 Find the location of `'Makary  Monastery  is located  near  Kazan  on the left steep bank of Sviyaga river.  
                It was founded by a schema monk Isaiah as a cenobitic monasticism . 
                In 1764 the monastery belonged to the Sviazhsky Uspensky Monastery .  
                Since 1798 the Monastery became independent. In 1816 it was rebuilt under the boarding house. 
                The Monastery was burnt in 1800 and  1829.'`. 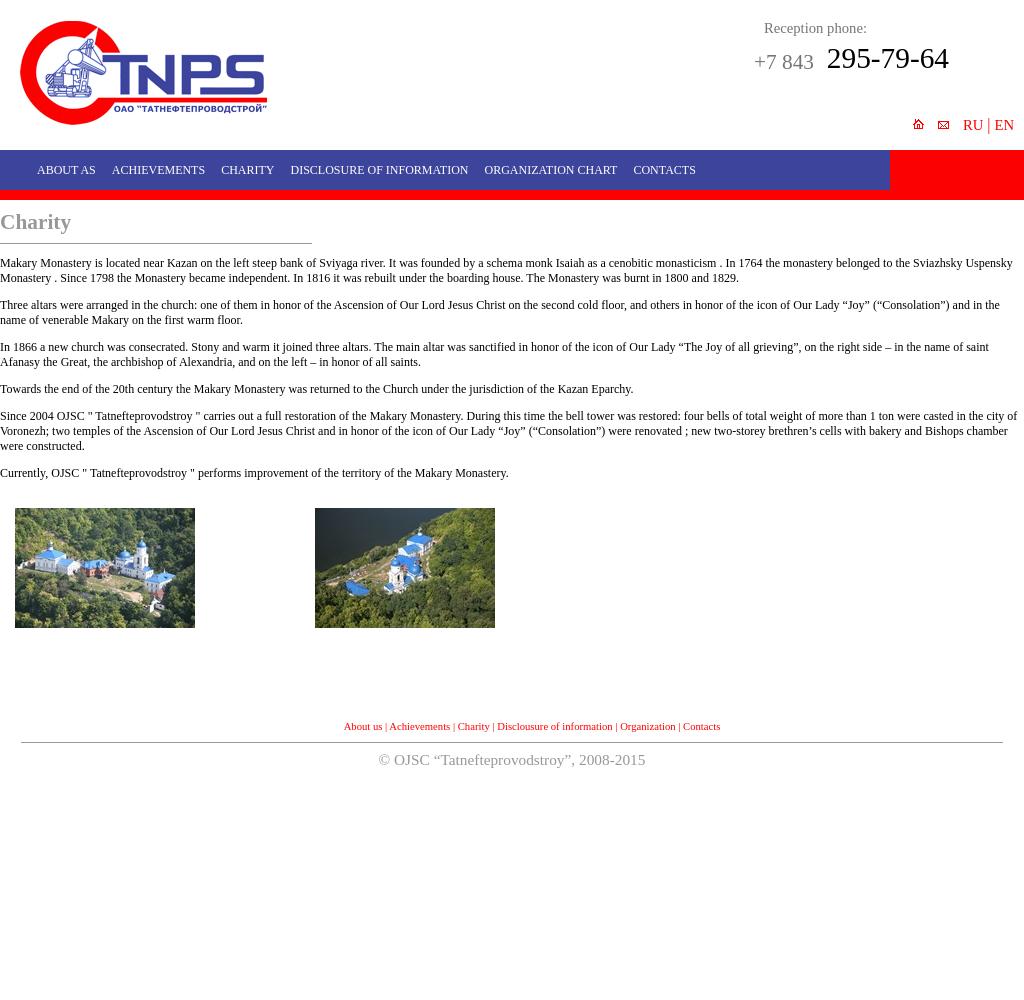

'Makary  Monastery  is located  near  Kazan  on the left steep bank of Sviyaga river.  
                It was founded by a schema monk Isaiah as a cenobitic monasticism . 
                In 1764 the monastery belonged to the Sviazhsky Uspensky Monastery .  
                Since 1798 the Monastery became independent. In 1816 it was rebuilt under the boarding house. 
                The Monastery was burnt in 1800 and  1829.' is located at coordinates (504, 270).